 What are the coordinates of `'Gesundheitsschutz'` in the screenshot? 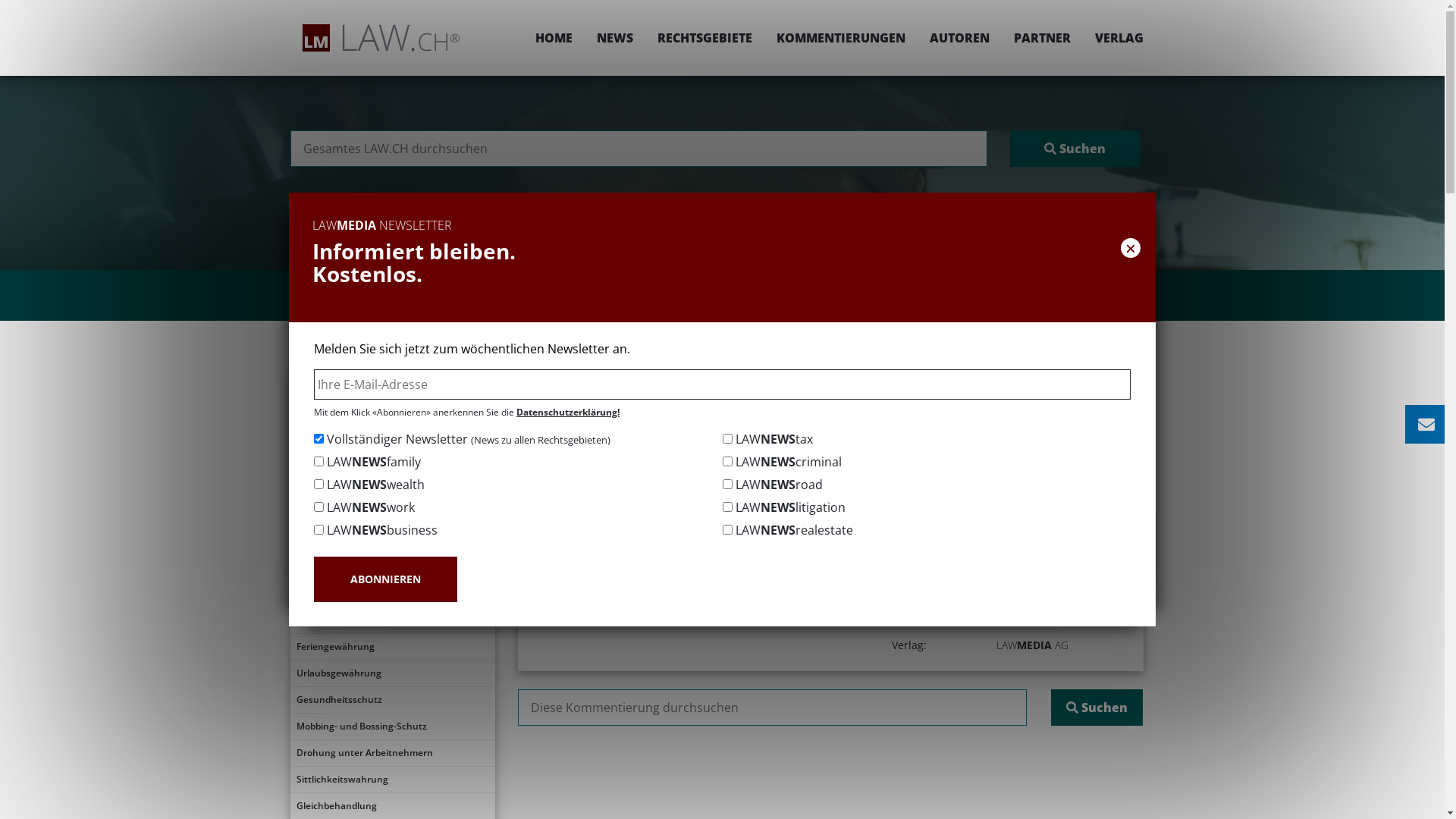 It's located at (290, 699).